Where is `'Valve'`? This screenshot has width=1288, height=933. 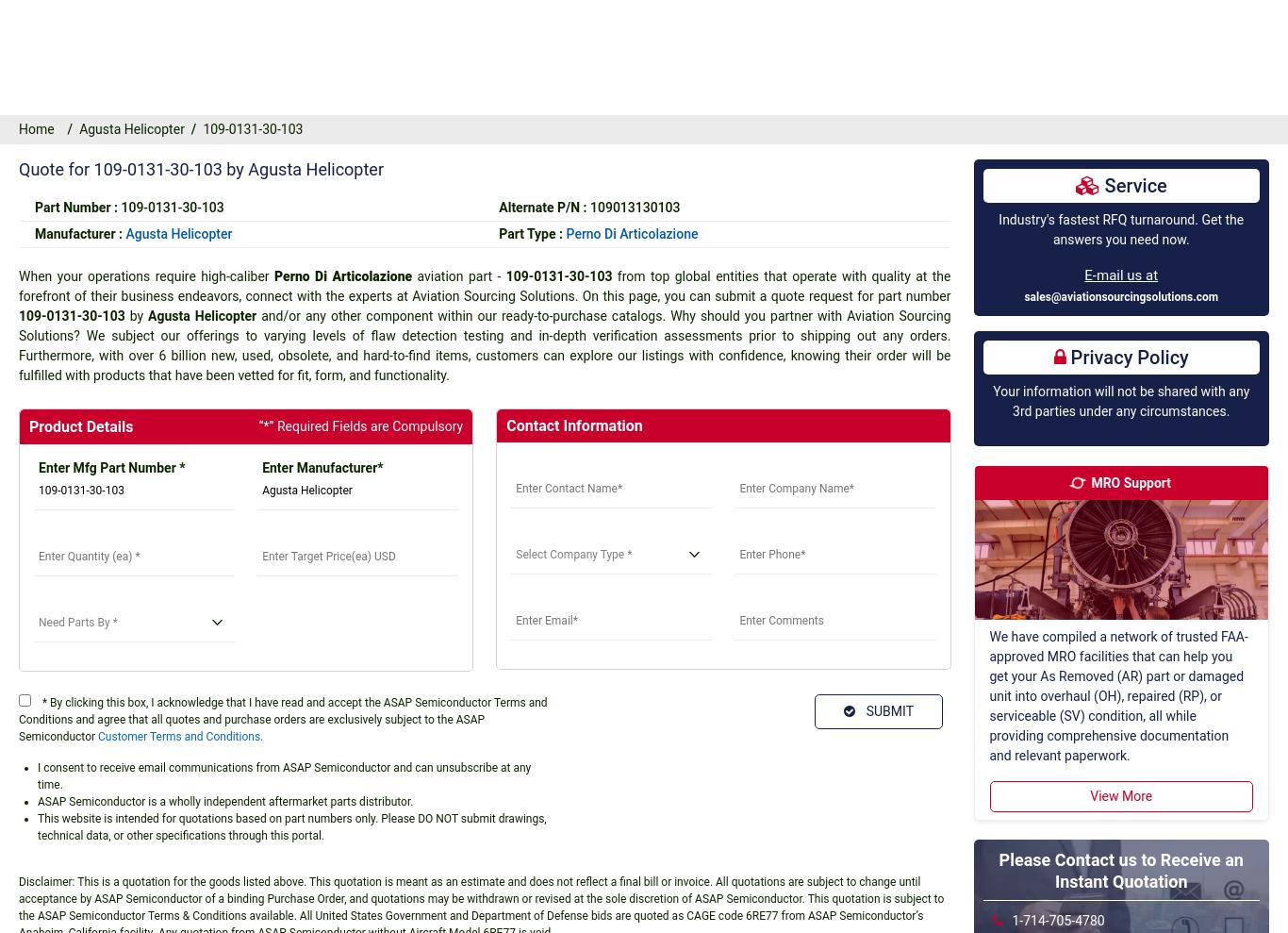 'Valve' is located at coordinates (663, 103).